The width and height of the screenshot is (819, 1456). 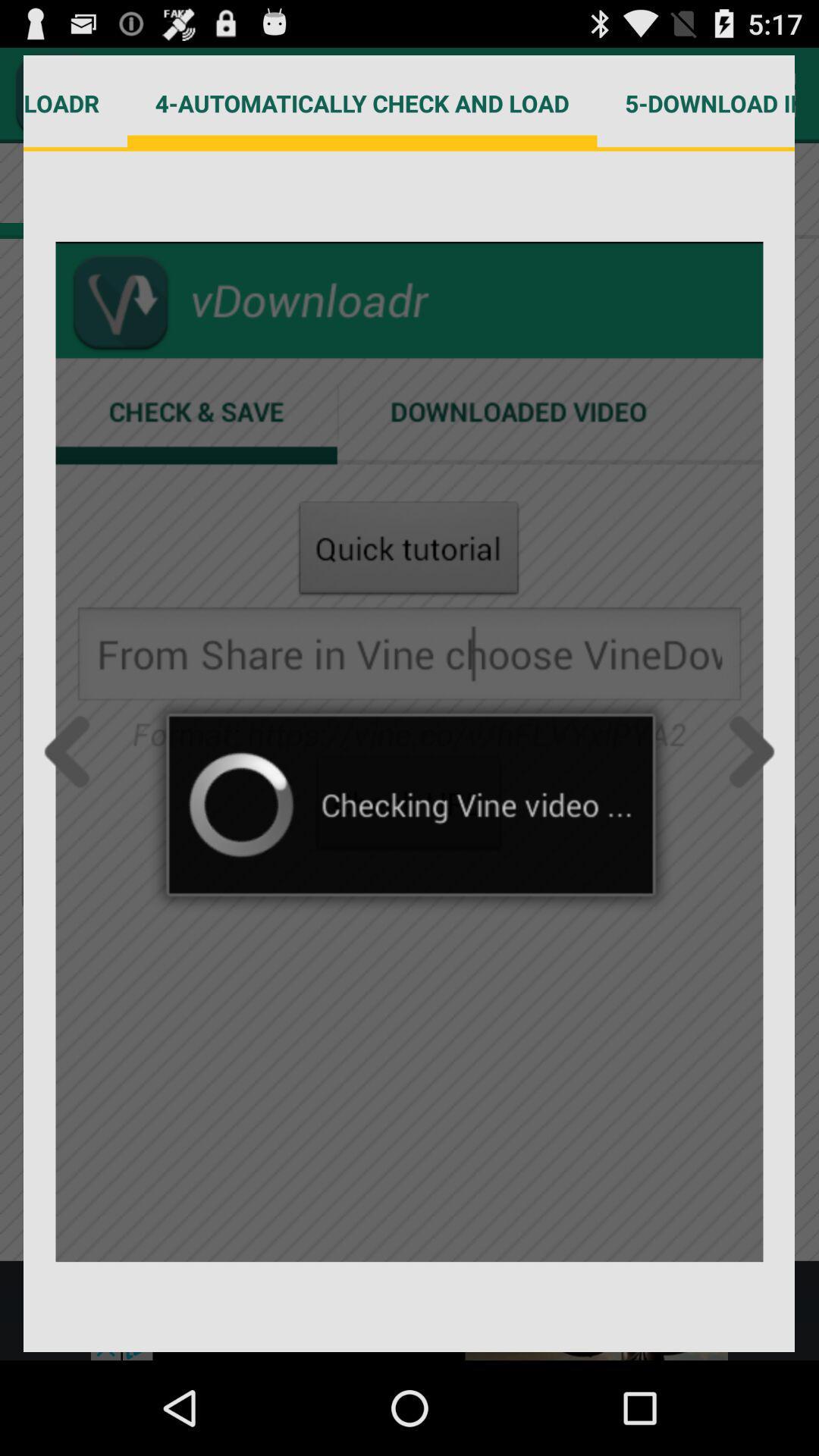 I want to click on app at the top left corner, so click(x=75, y=102).